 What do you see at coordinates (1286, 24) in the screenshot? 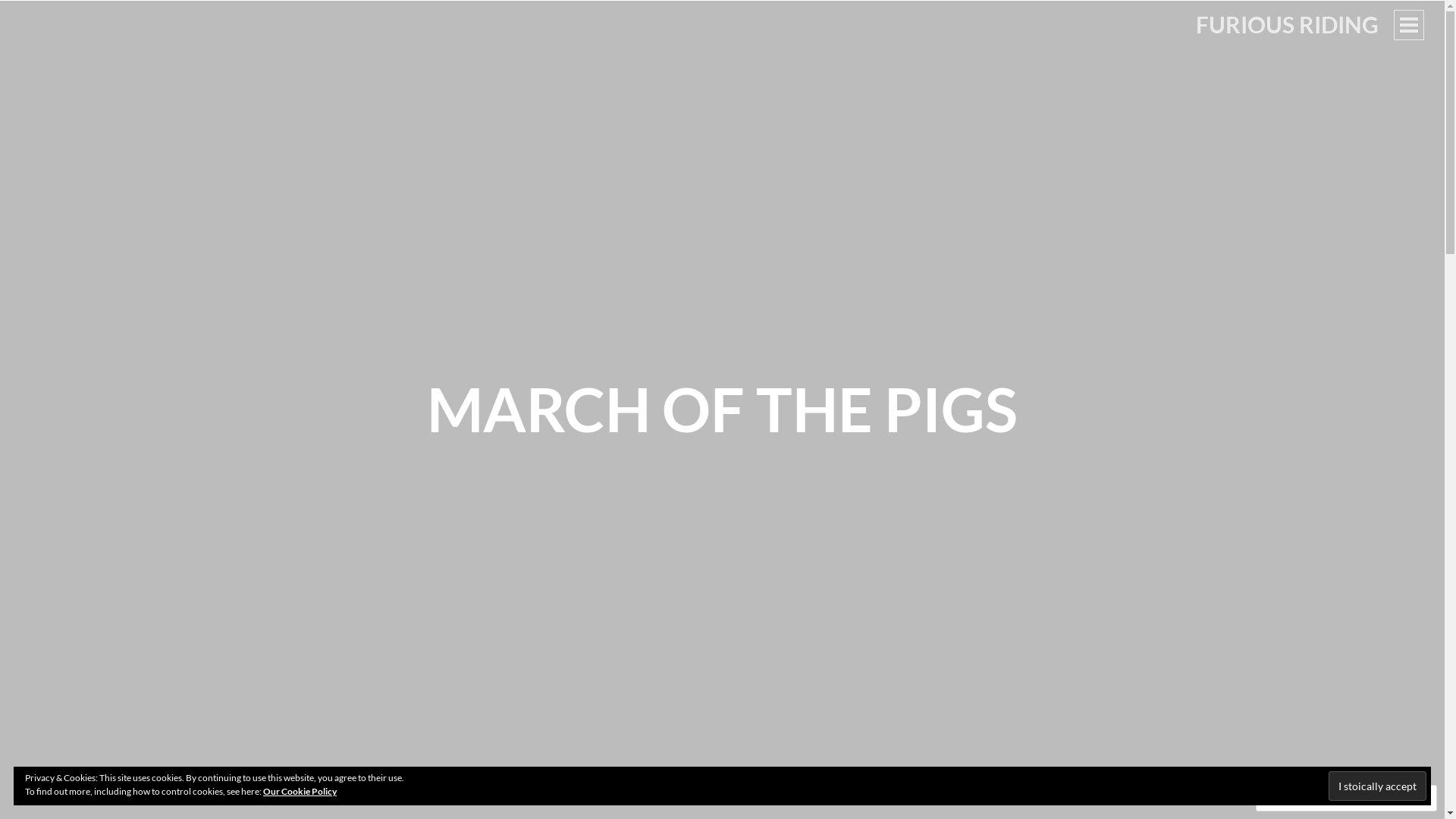
I see `'FURIOUS RIDING'` at bounding box center [1286, 24].